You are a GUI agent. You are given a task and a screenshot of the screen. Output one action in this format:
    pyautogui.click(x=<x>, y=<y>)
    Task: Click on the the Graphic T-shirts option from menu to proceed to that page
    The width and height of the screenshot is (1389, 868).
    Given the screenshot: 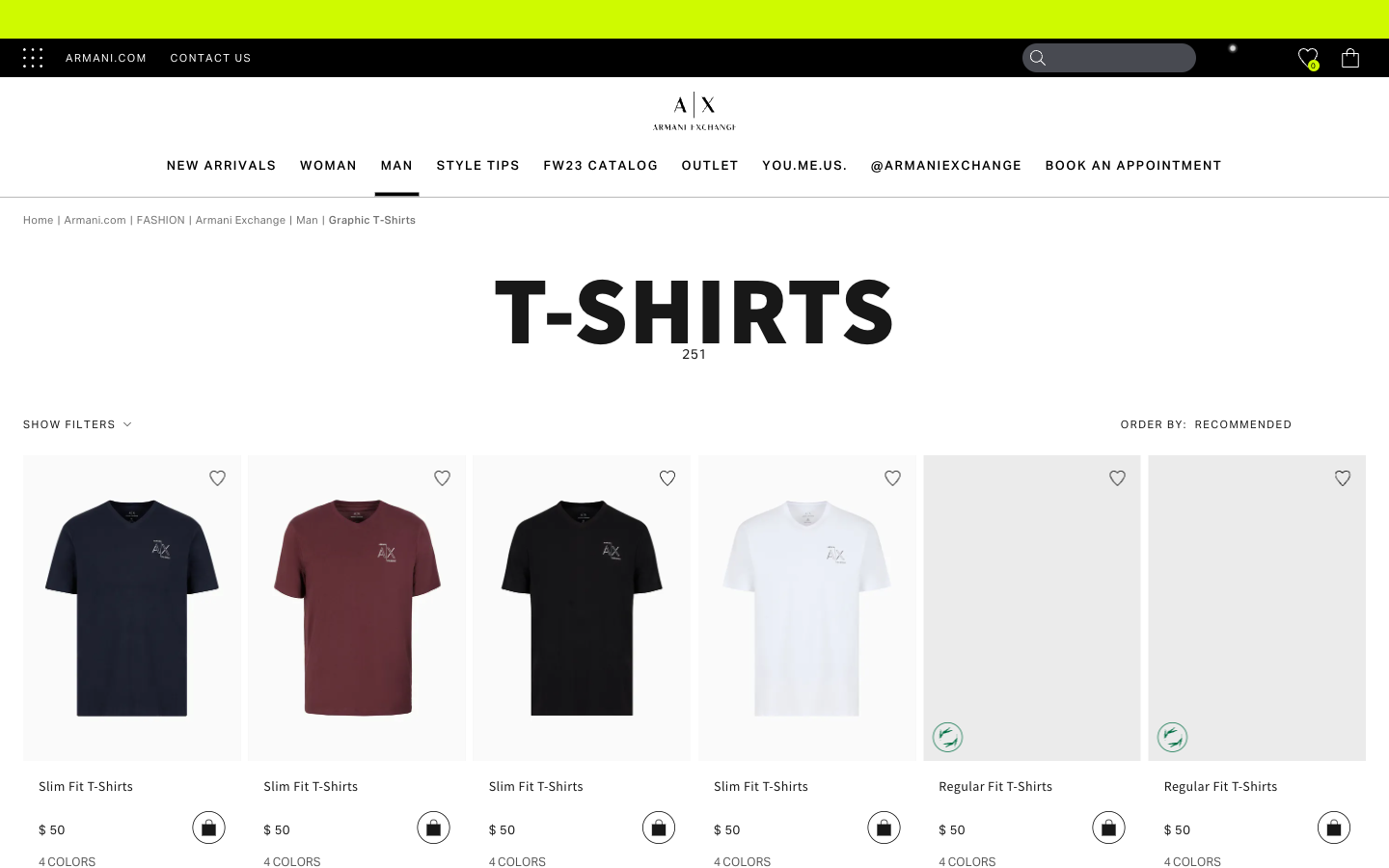 What is the action you would take?
    pyautogui.click(x=371, y=218)
    